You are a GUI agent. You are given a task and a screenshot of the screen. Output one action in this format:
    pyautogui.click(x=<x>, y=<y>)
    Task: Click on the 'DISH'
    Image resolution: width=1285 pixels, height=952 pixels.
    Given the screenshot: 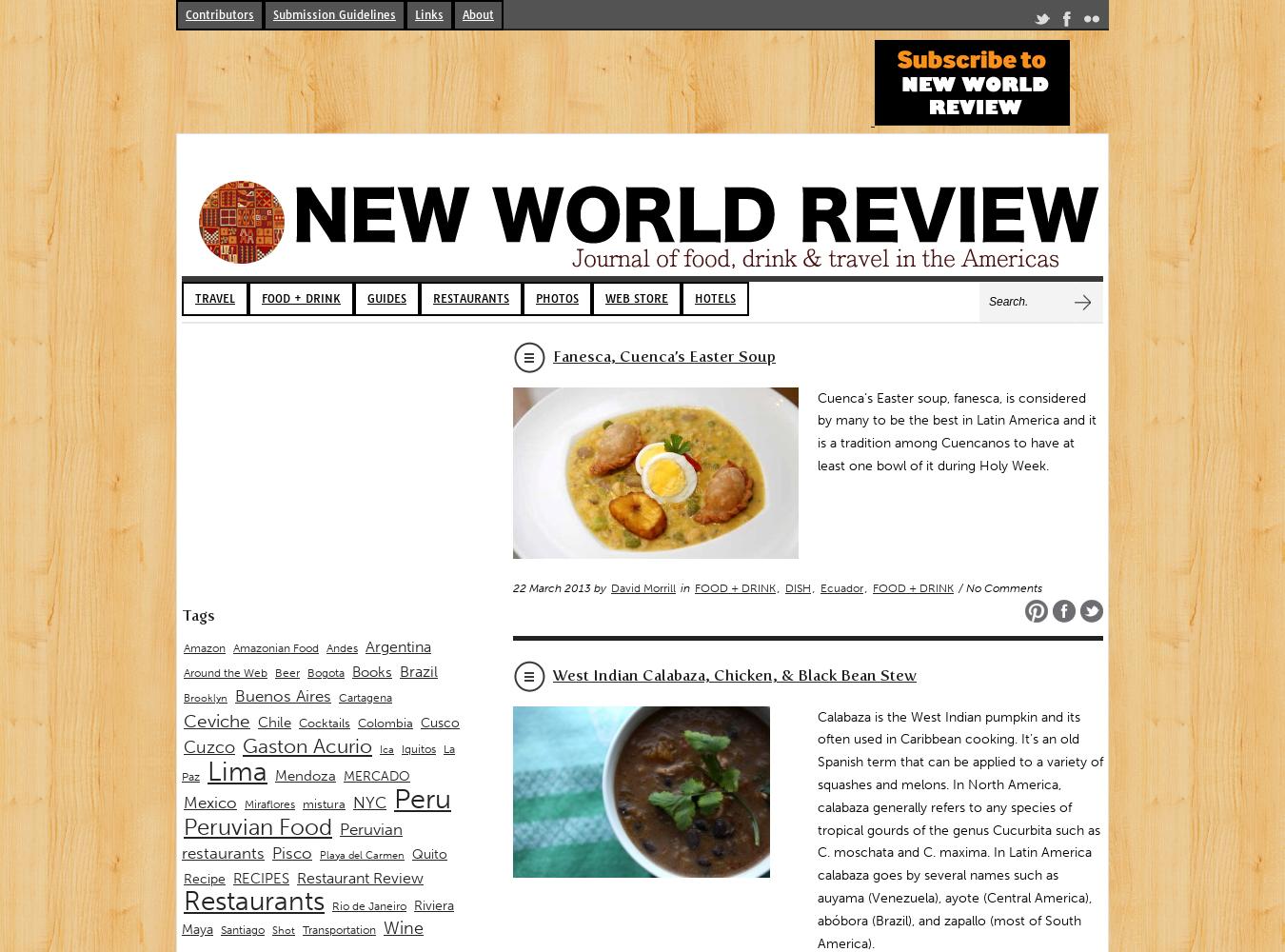 What is the action you would take?
    pyautogui.click(x=784, y=586)
    